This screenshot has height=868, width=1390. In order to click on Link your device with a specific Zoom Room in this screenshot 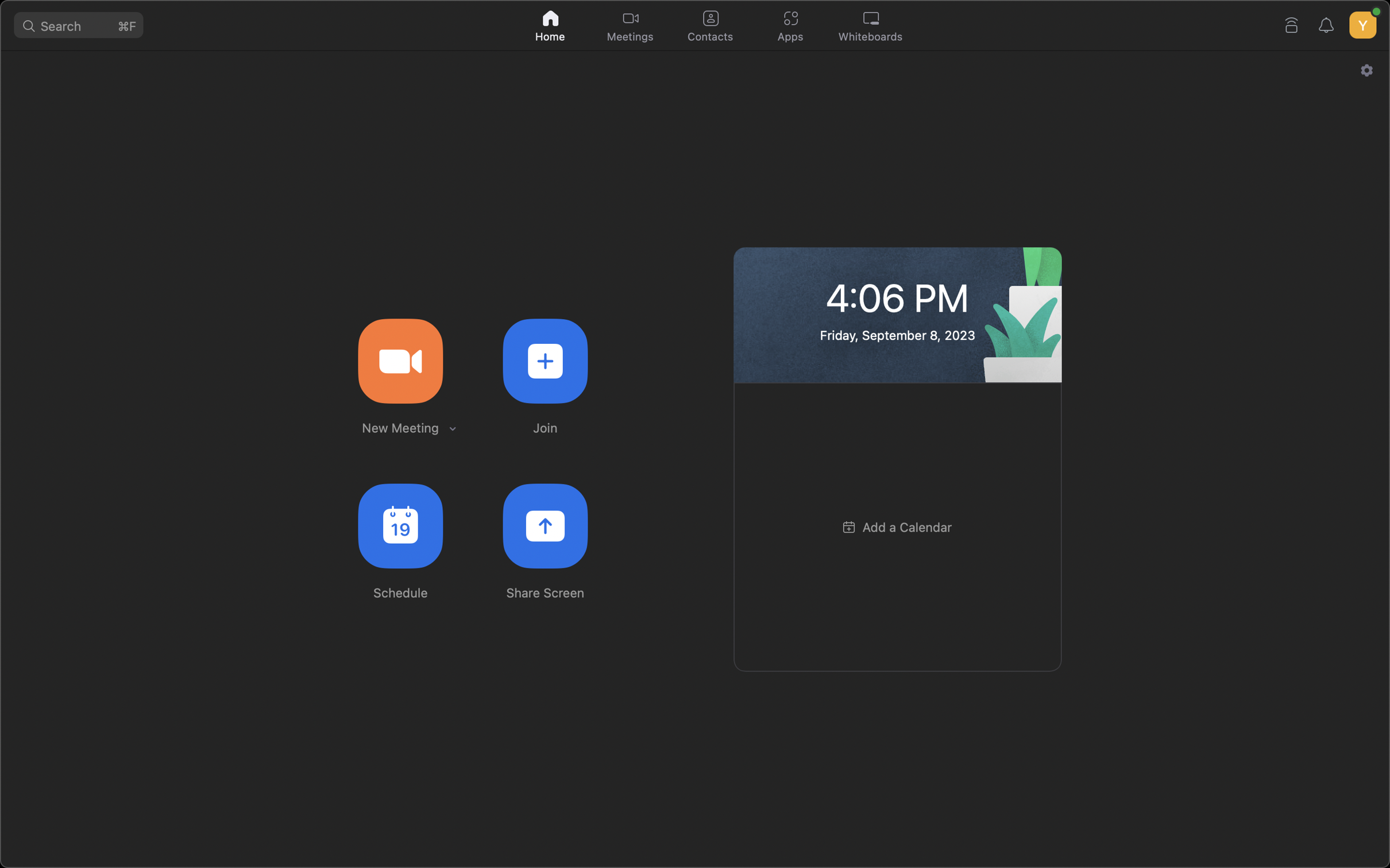, I will do `click(1292, 22)`.